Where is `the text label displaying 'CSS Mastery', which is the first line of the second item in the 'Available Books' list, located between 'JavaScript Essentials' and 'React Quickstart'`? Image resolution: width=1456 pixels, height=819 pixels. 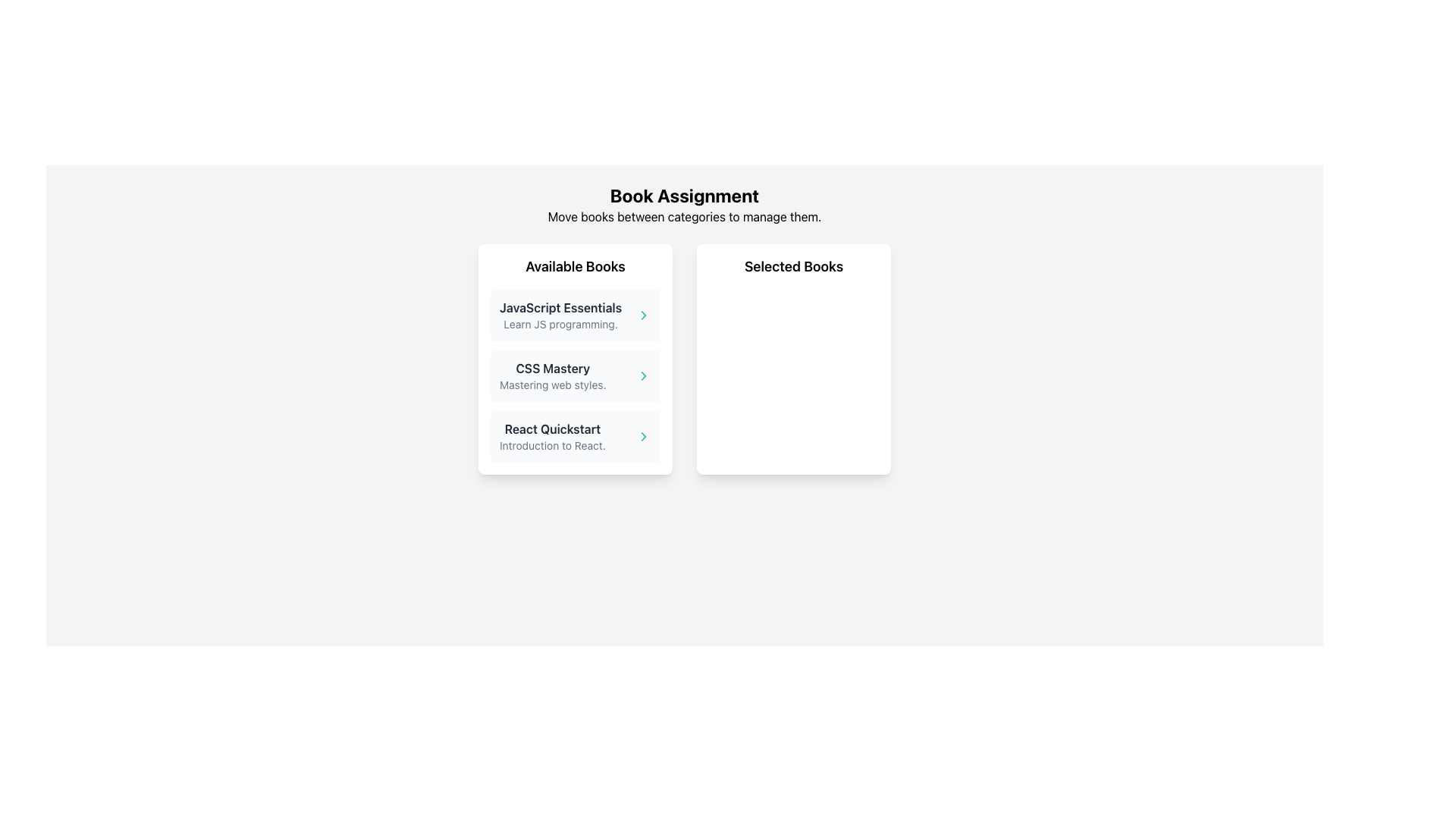
the text label displaying 'CSS Mastery', which is the first line of the second item in the 'Available Books' list, located between 'JavaScript Essentials' and 'React Quickstart' is located at coordinates (552, 369).